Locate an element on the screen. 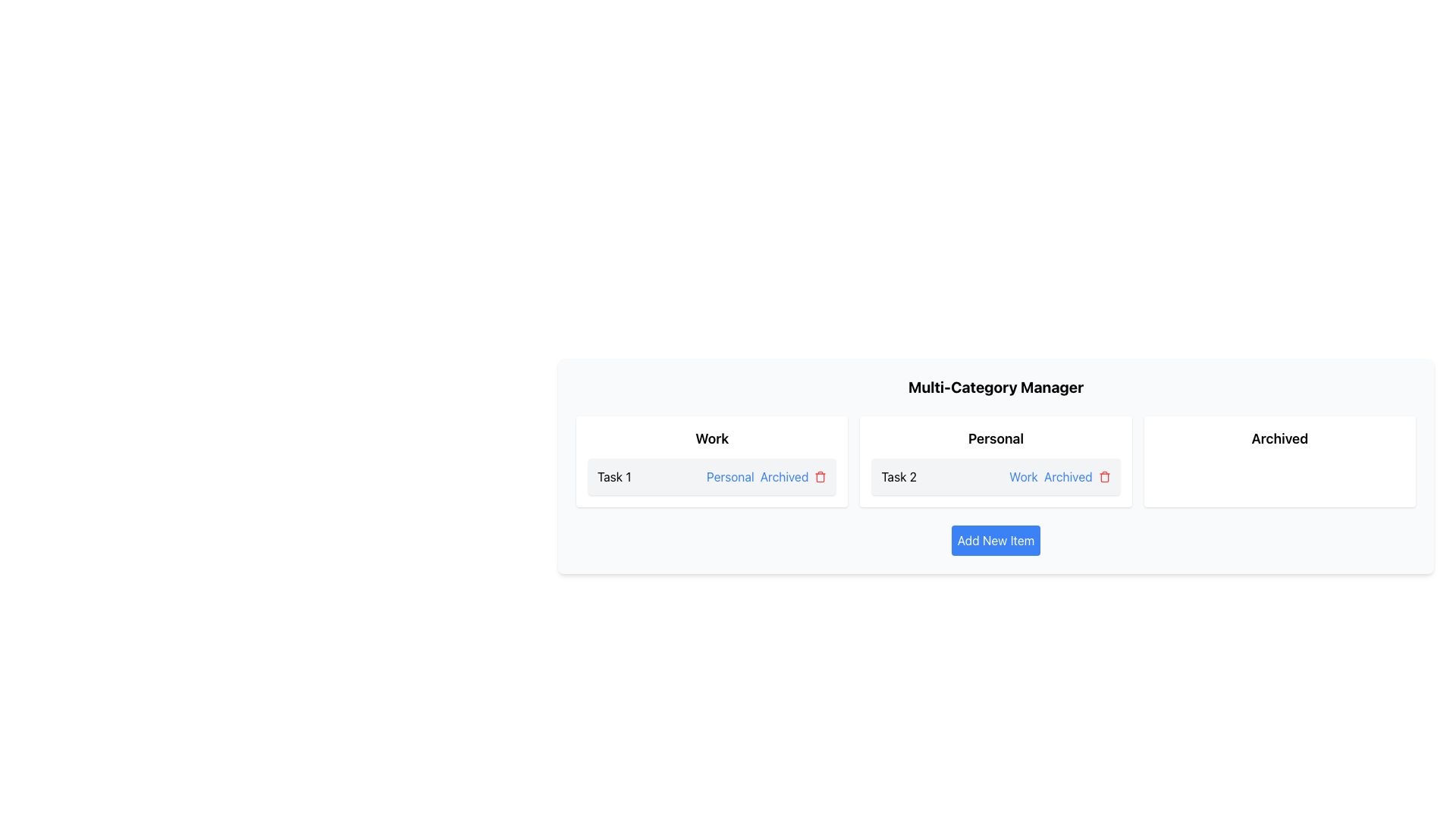  the interactive blue link labeled 'Work' within the 'Personal' card element is located at coordinates (996, 461).